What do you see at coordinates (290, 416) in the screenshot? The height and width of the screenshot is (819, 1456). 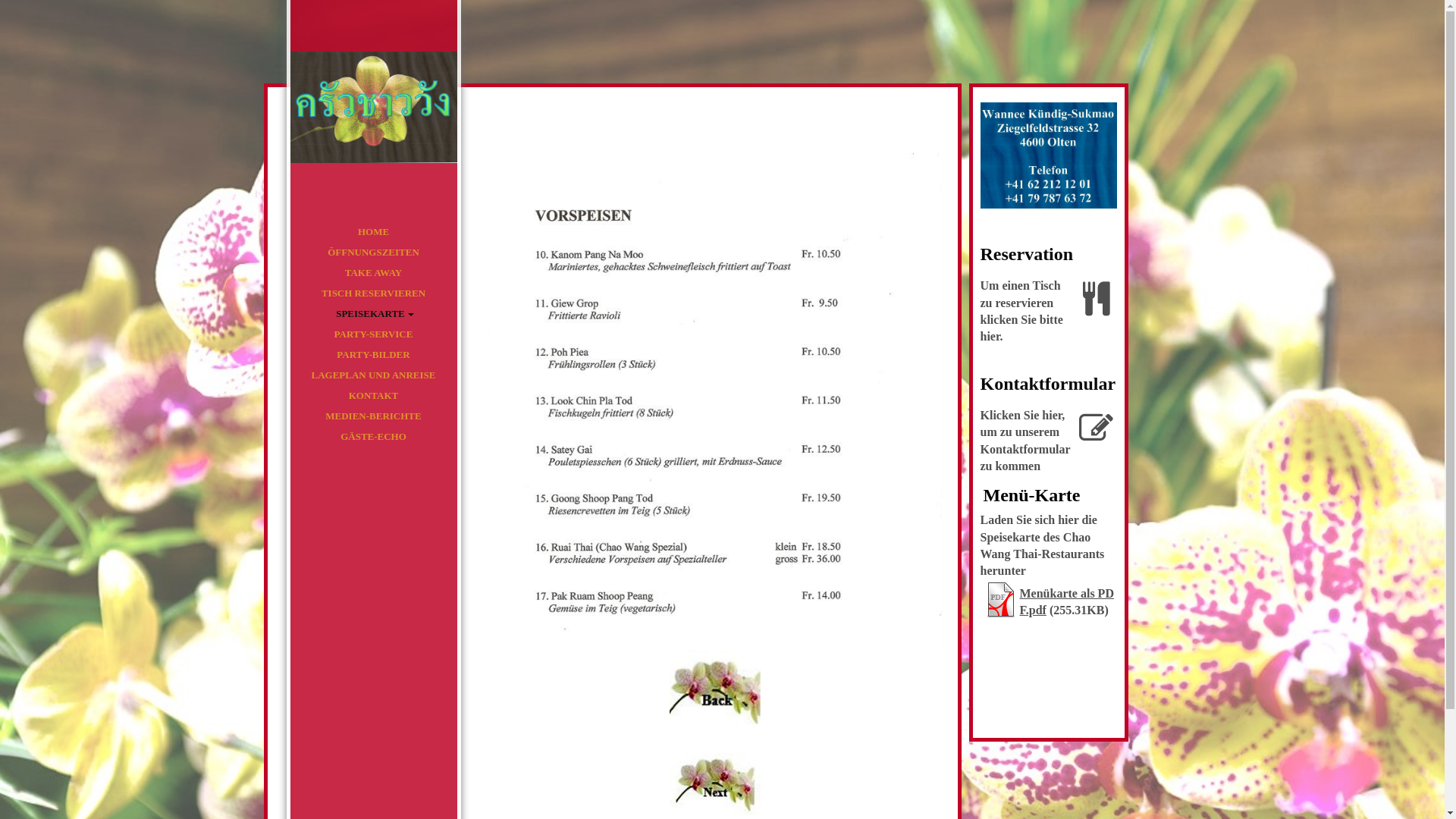 I see `'MEDIEN-BERICHTE'` at bounding box center [290, 416].